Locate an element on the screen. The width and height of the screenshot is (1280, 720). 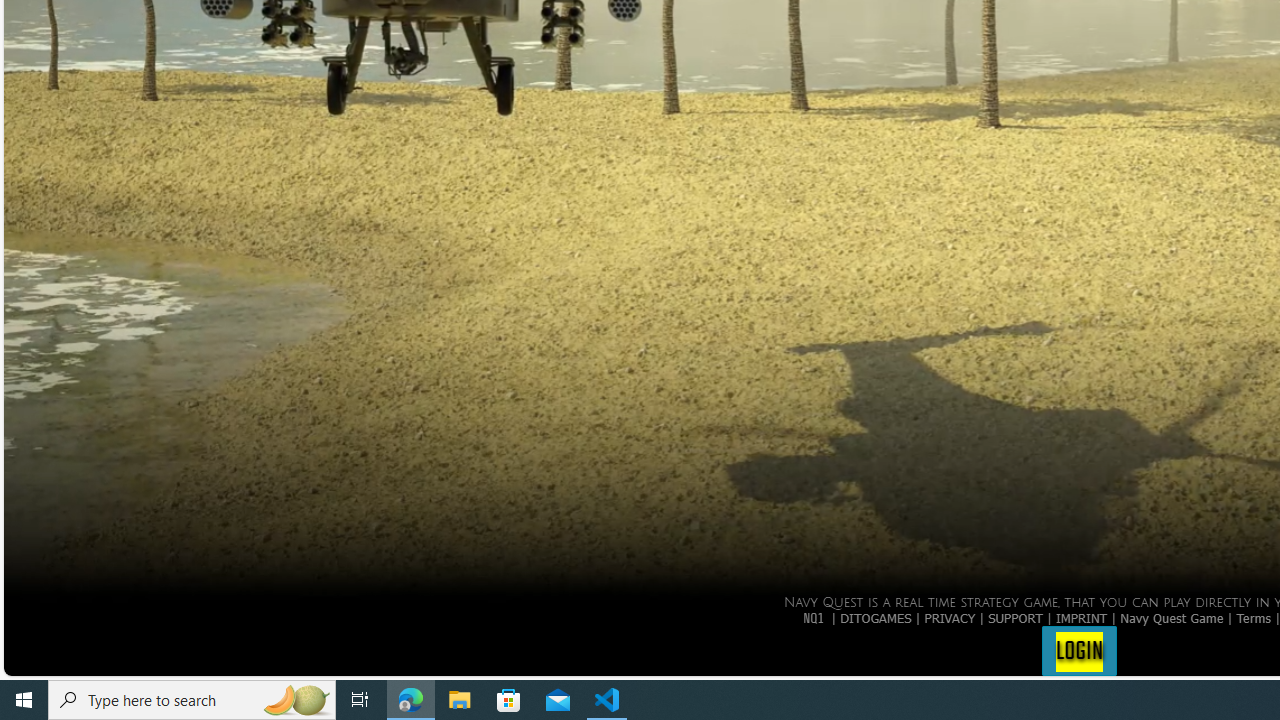
'Task View' is located at coordinates (359, 698).